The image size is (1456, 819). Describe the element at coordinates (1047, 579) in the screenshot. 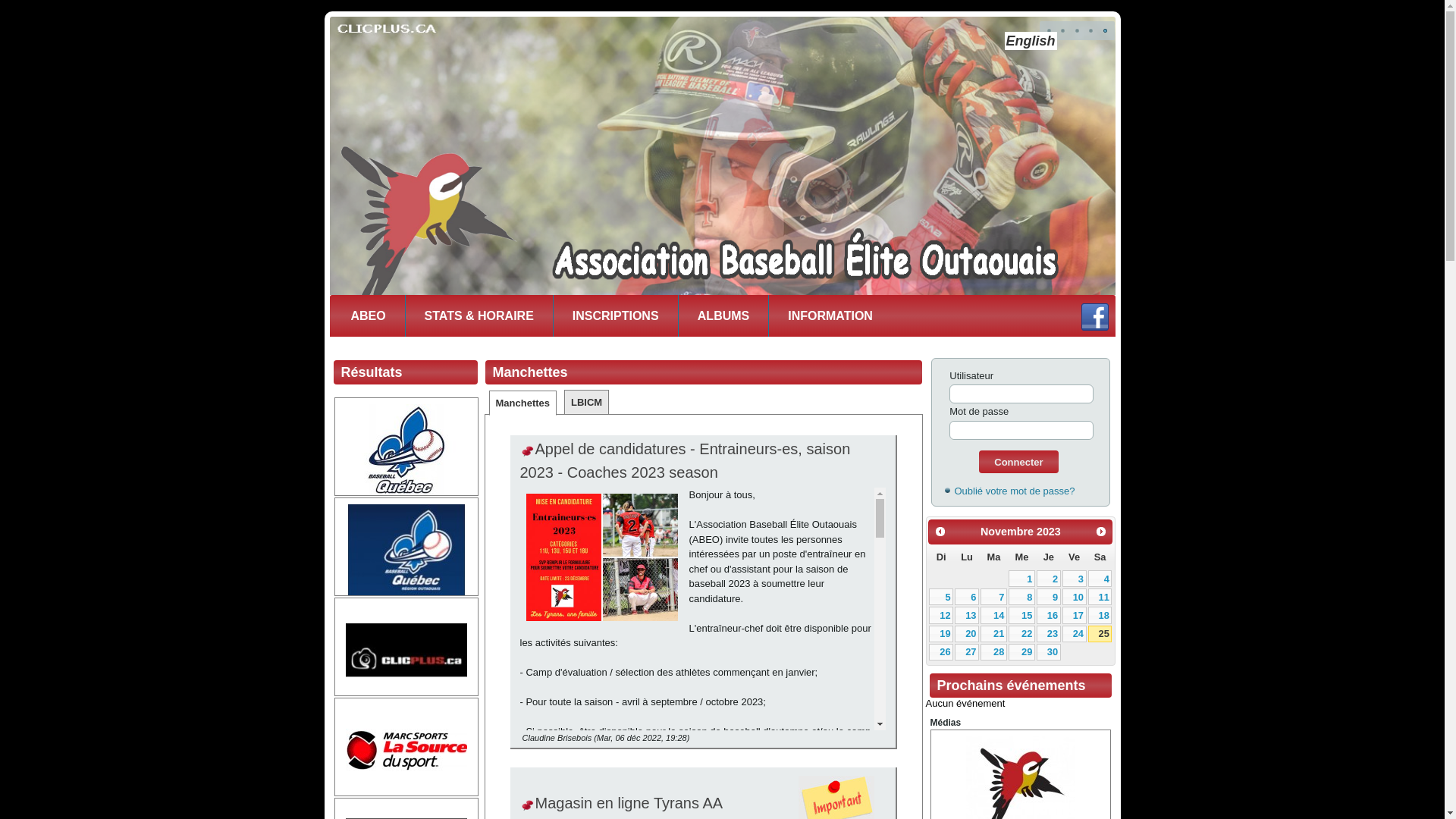

I see `'2'` at that location.